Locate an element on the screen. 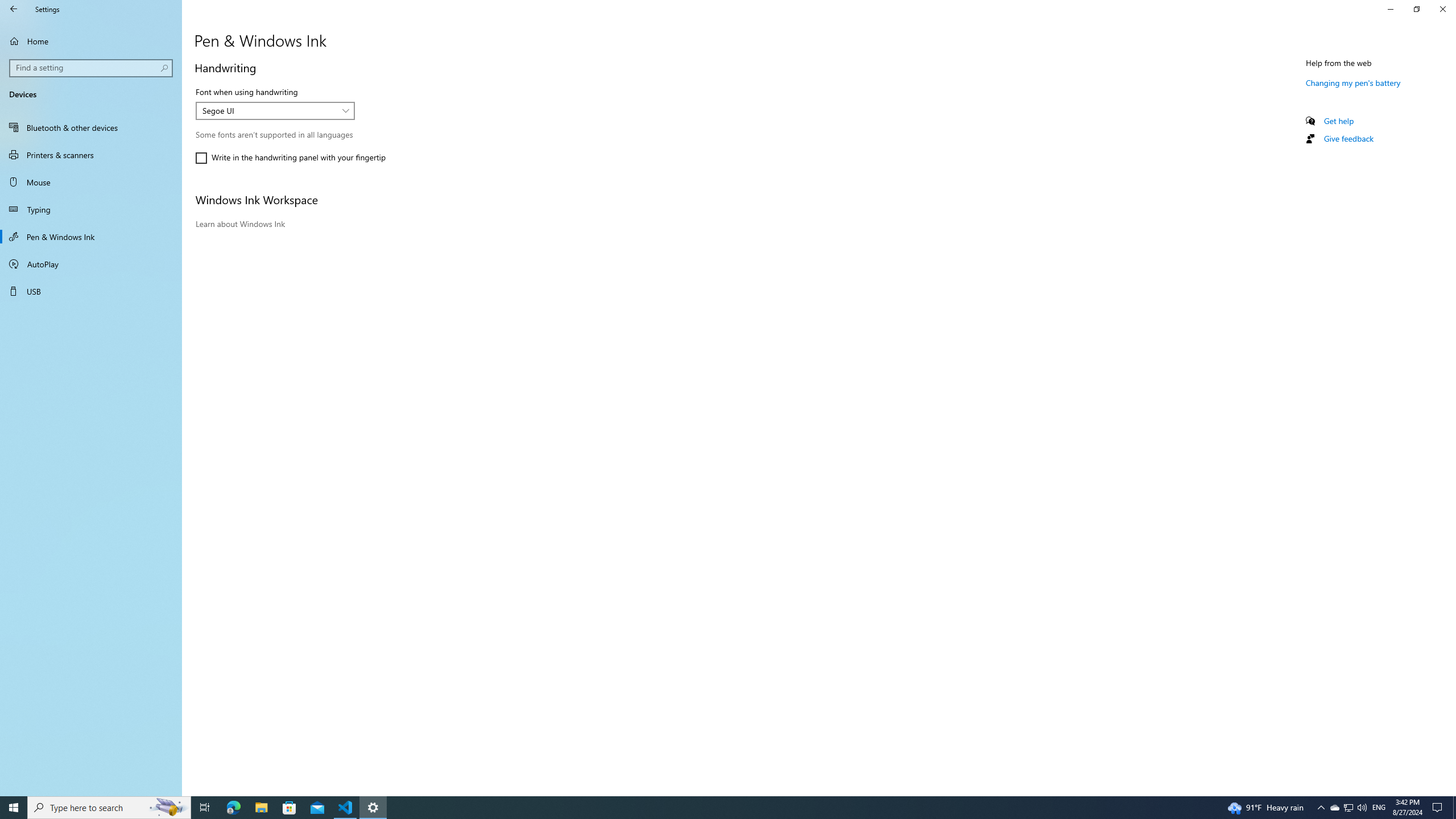  'Learn about Windows Ink' is located at coordinates (239, 223).